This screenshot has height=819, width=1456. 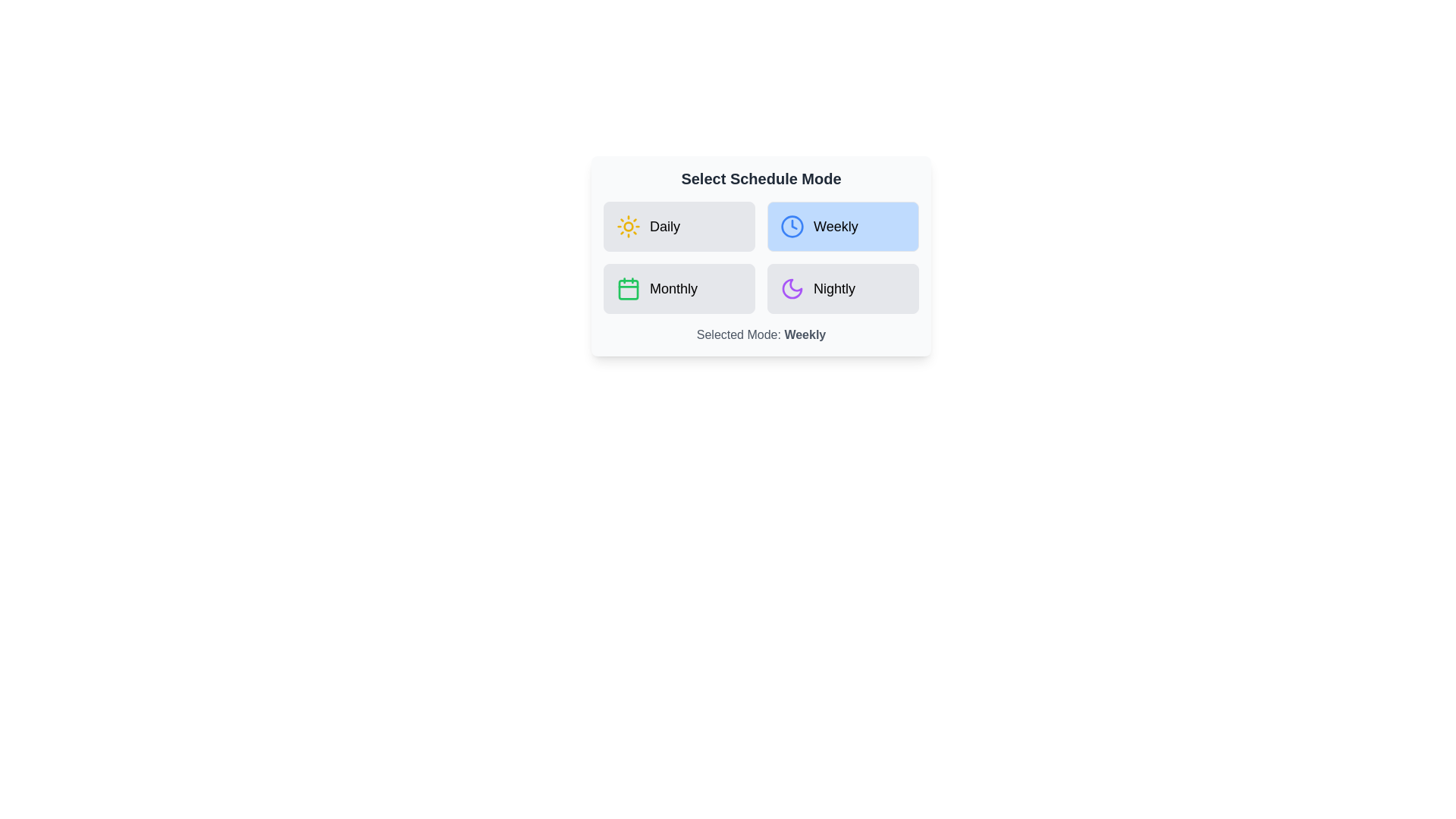 What do you see at coordinates (843, 227) in the screenshot?
I see `the schedule mode by clicking on the button corresponding to Weekly` at bounding box center [843, 227].